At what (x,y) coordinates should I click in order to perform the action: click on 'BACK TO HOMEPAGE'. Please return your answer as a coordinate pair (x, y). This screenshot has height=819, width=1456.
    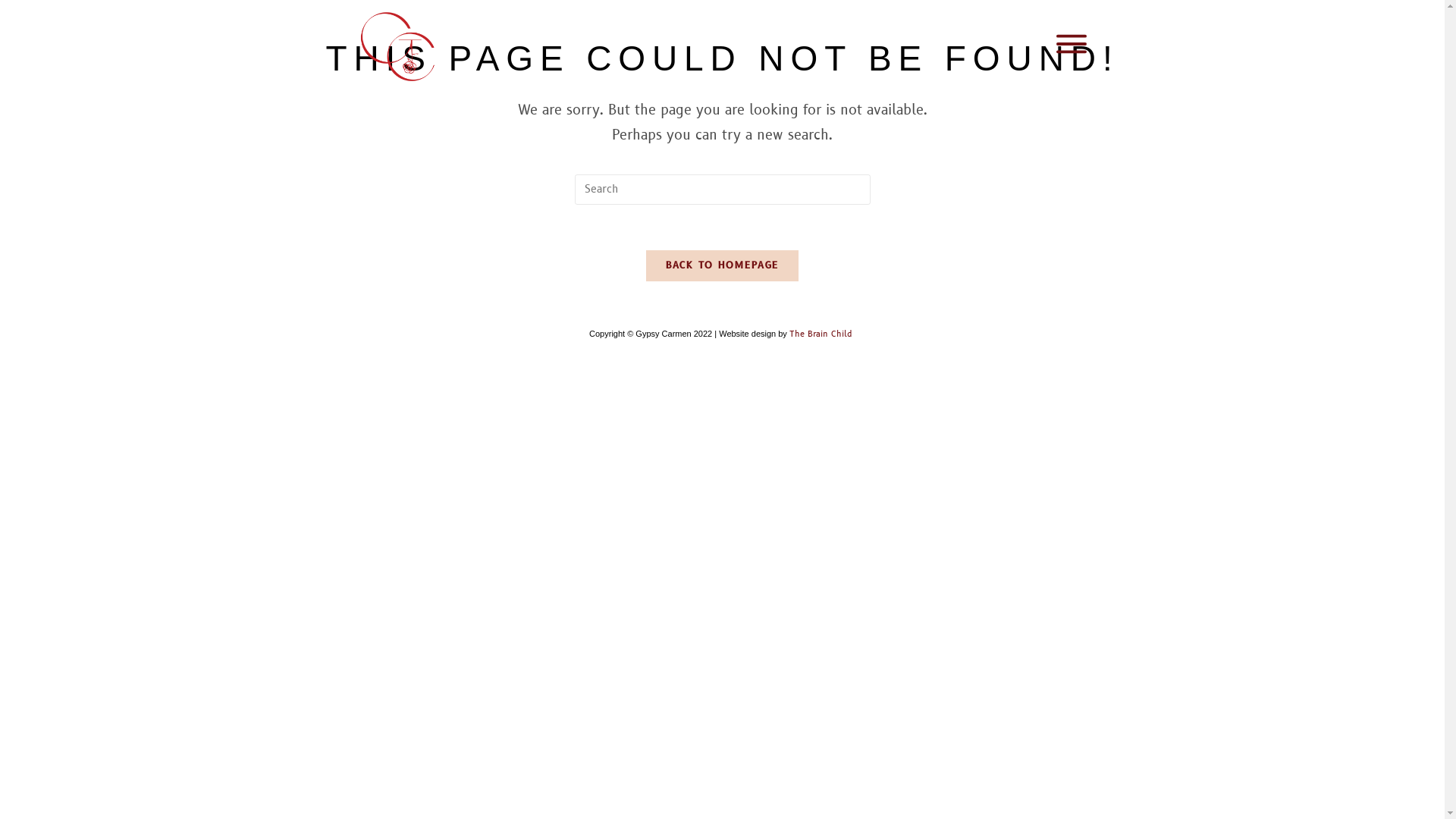
    Looking at the image, I should click on (722, 265).